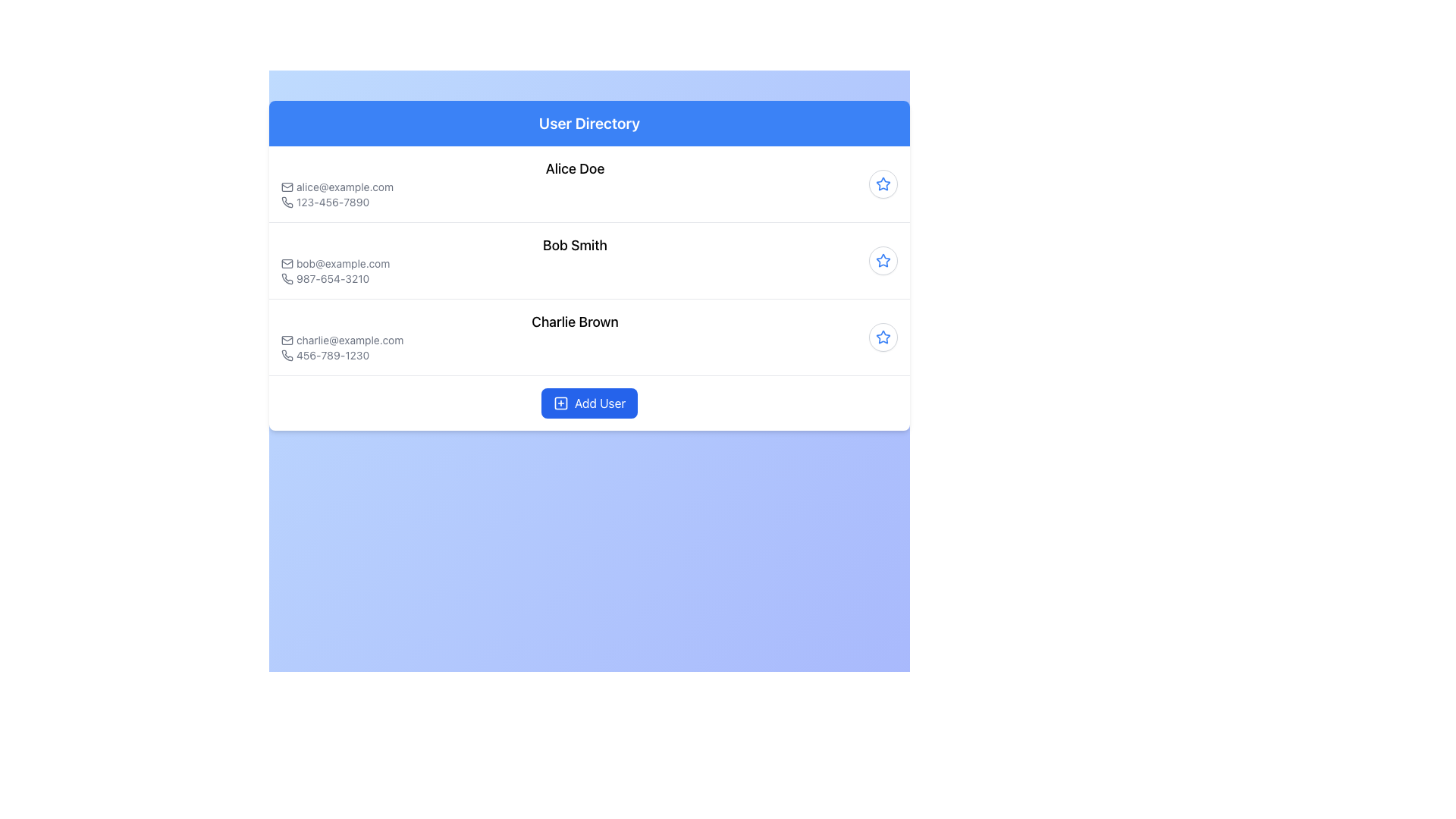 Image resolution: width=1456 pixels, height=819 pixels. What do you see at coordinates (588, 403) in the screenshot?
I see `the button that adds a new user to the list, located centrally at the bottom of the 'User Directory' section` at bounding box center [588, 403].